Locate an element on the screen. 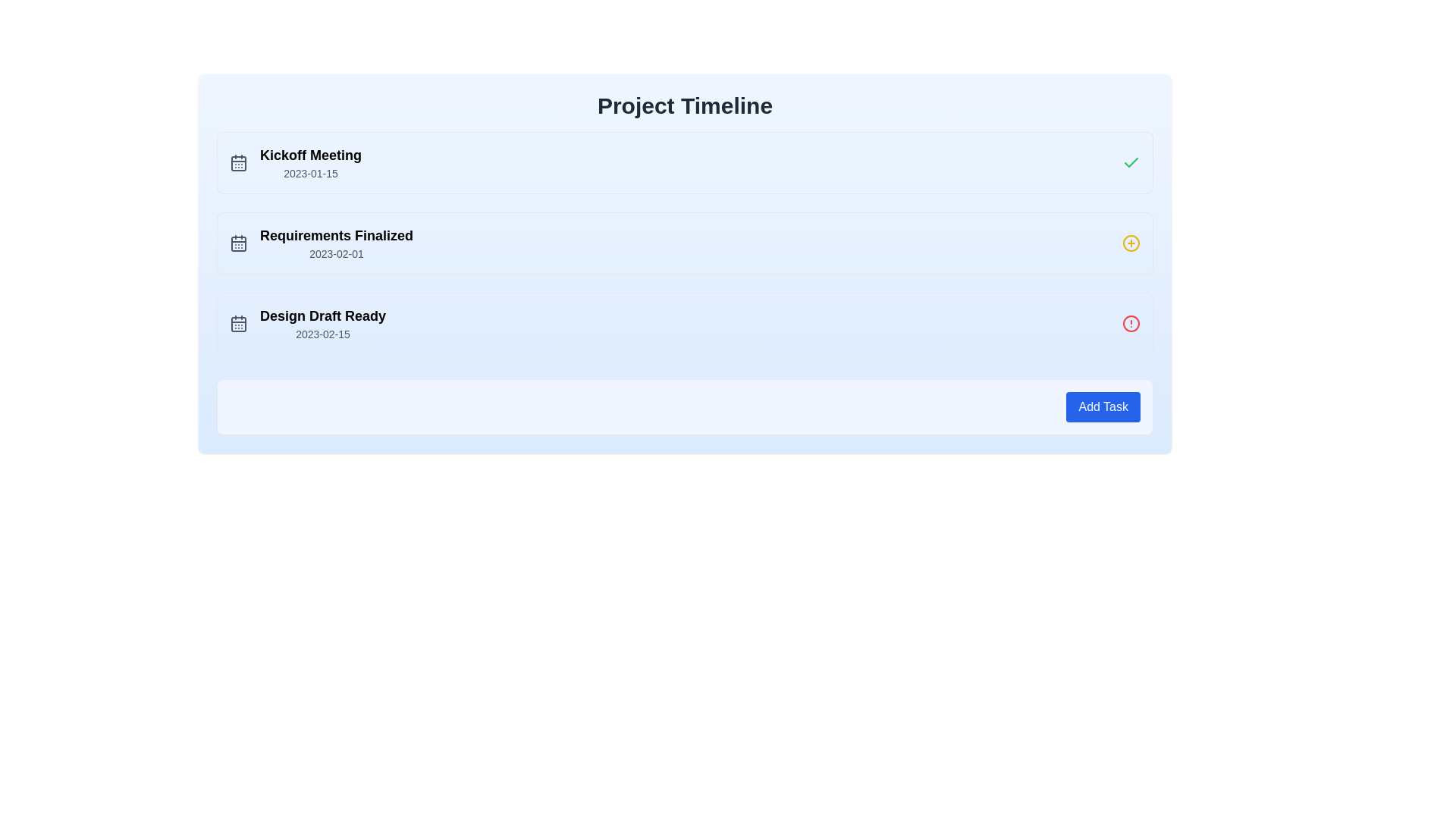  the circular icon with a plus design, which has a yellow border and is located on the far right of the entry labeled 'Requirements Finalized' dated '2023-02-01' is located at coordinates (1131, 242).